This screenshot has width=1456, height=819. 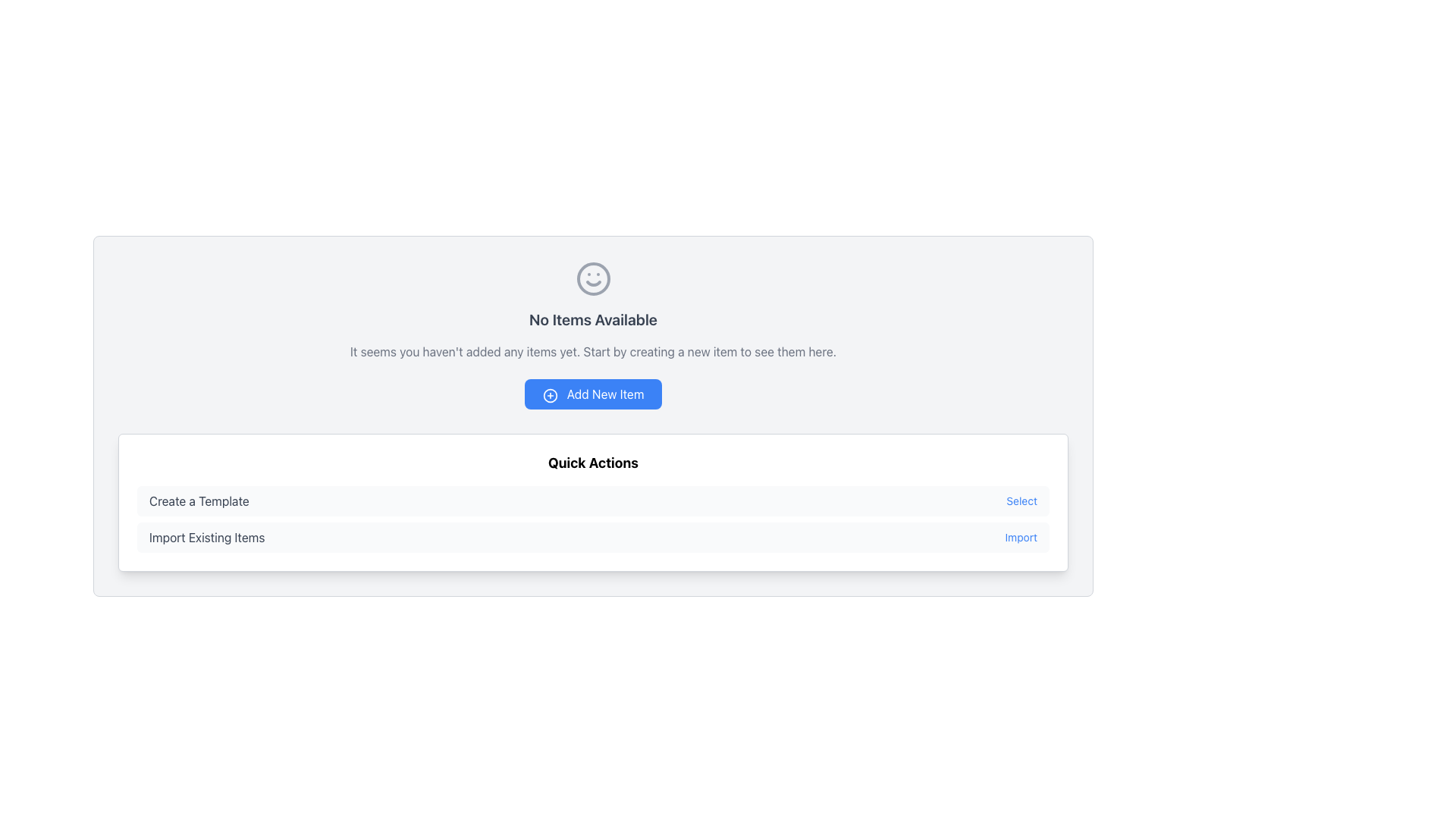 I want to click on the blue hyperlink labeled 'Import' in the List item titled 'Import Existing Items', which is the second item in the 'Quick Actions' vertical list, so click(x=592, y=537).